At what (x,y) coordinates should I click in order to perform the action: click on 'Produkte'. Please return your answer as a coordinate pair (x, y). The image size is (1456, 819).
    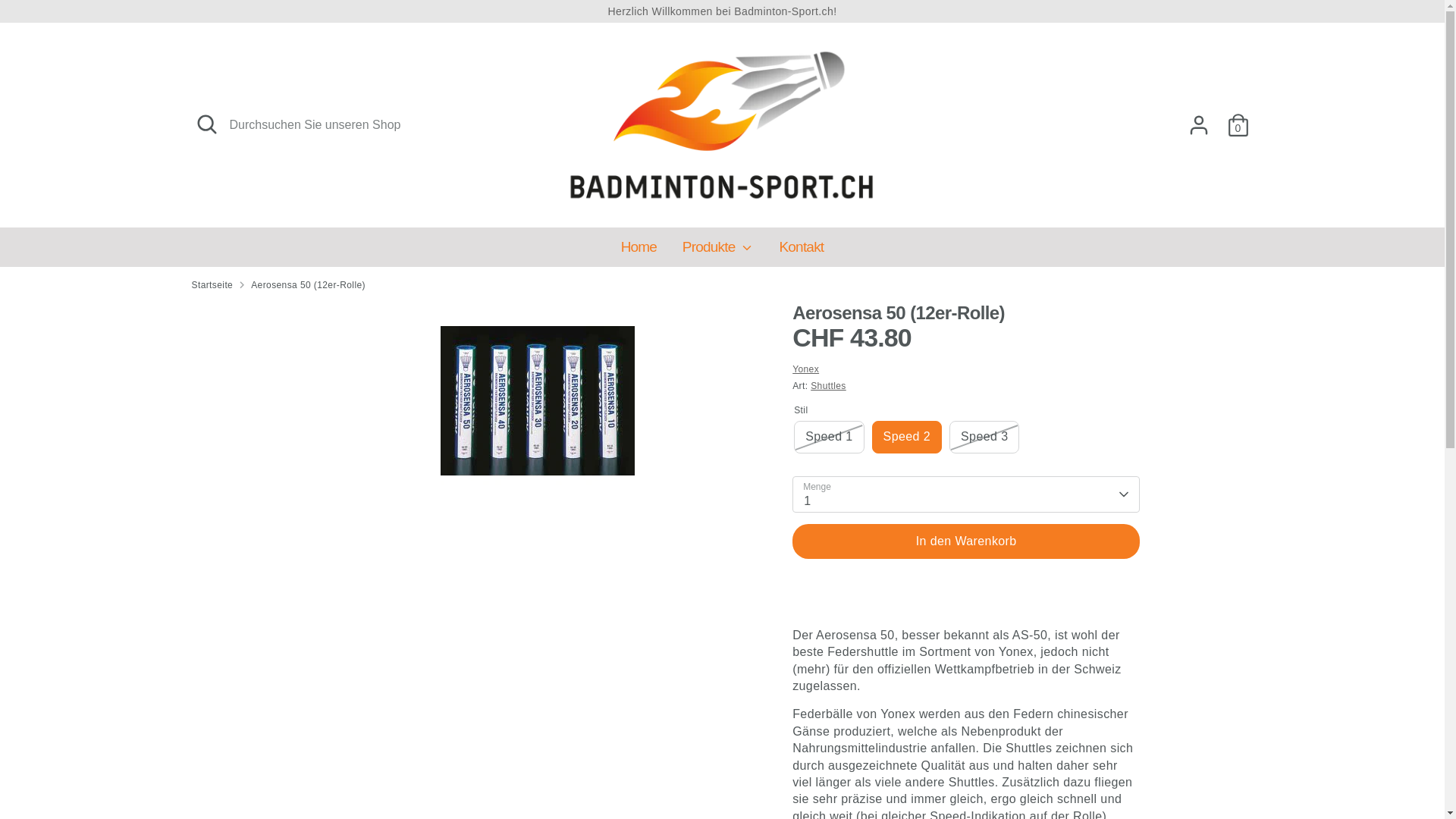
    Looking at the image, I should click on (717, 251).